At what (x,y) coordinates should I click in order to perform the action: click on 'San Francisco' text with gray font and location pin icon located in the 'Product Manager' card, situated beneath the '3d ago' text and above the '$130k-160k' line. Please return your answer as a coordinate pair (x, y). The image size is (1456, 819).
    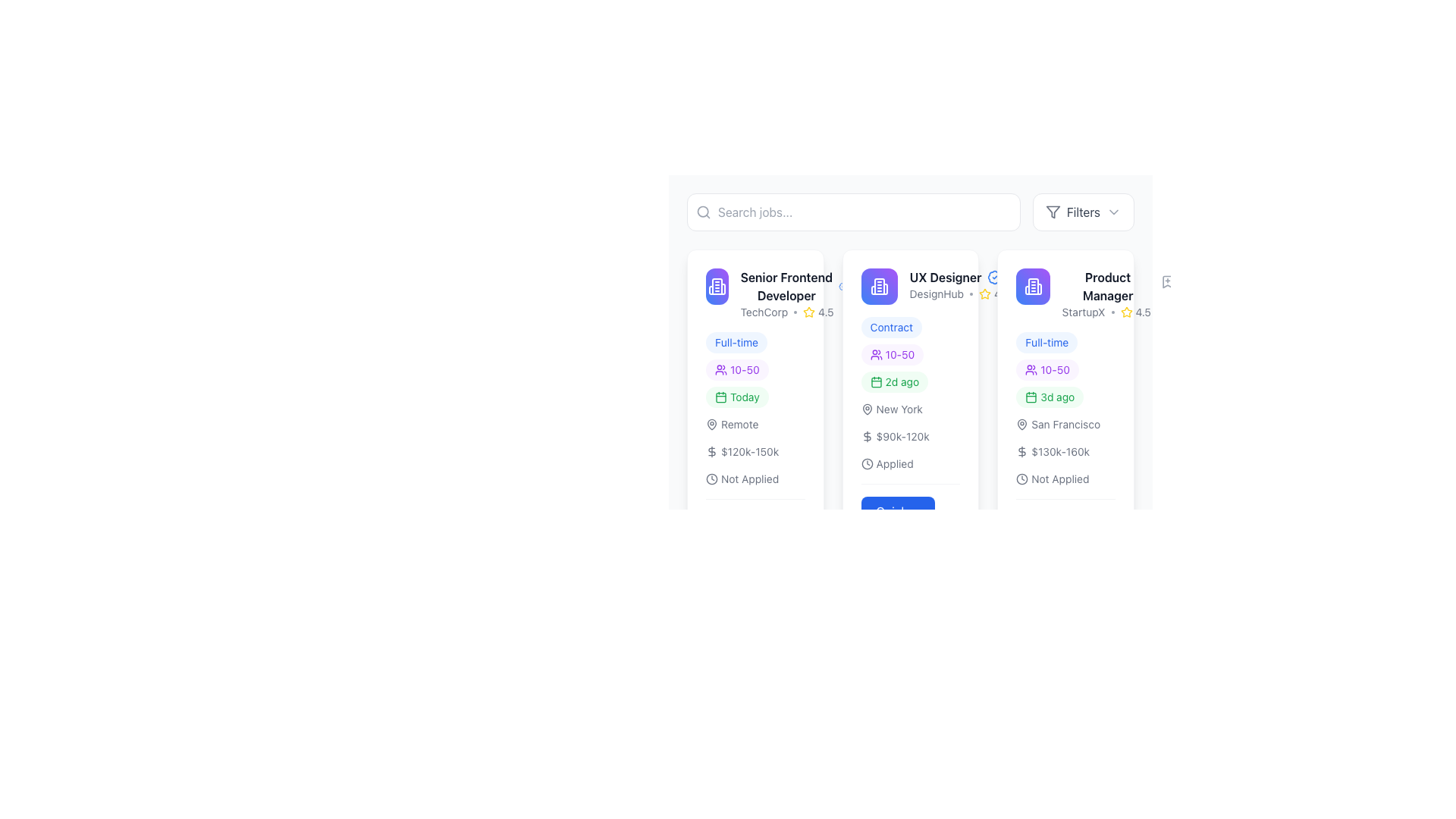
    Looking at the image, I should click on (1057, 424).